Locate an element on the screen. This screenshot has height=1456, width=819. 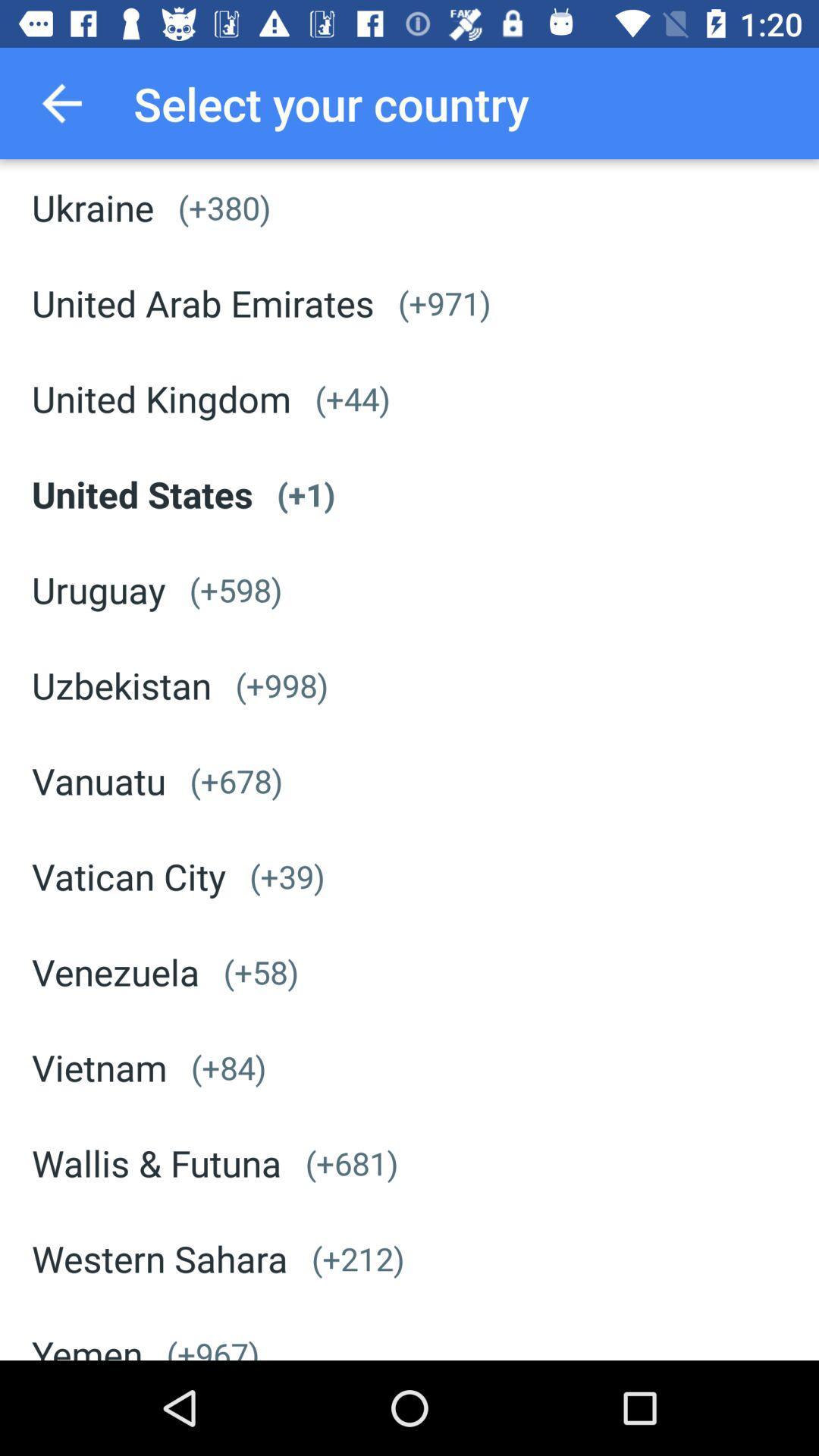
item to the left of the select your country app is located at coordinates (61, 102).